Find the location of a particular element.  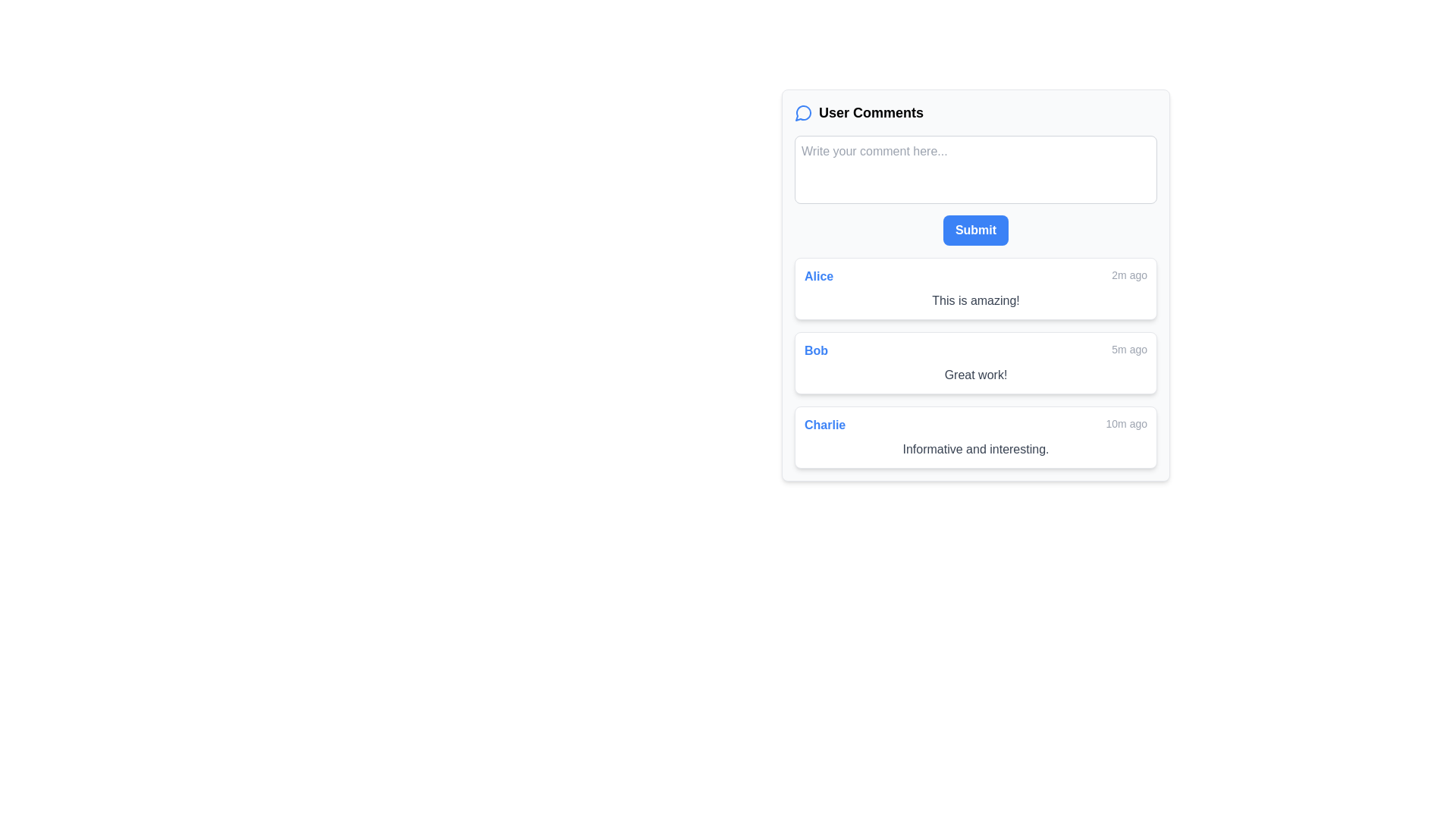

the user identifier text display located in the bottom-most comment box of the 'User Comments' section is located at coordinates (824, 425).